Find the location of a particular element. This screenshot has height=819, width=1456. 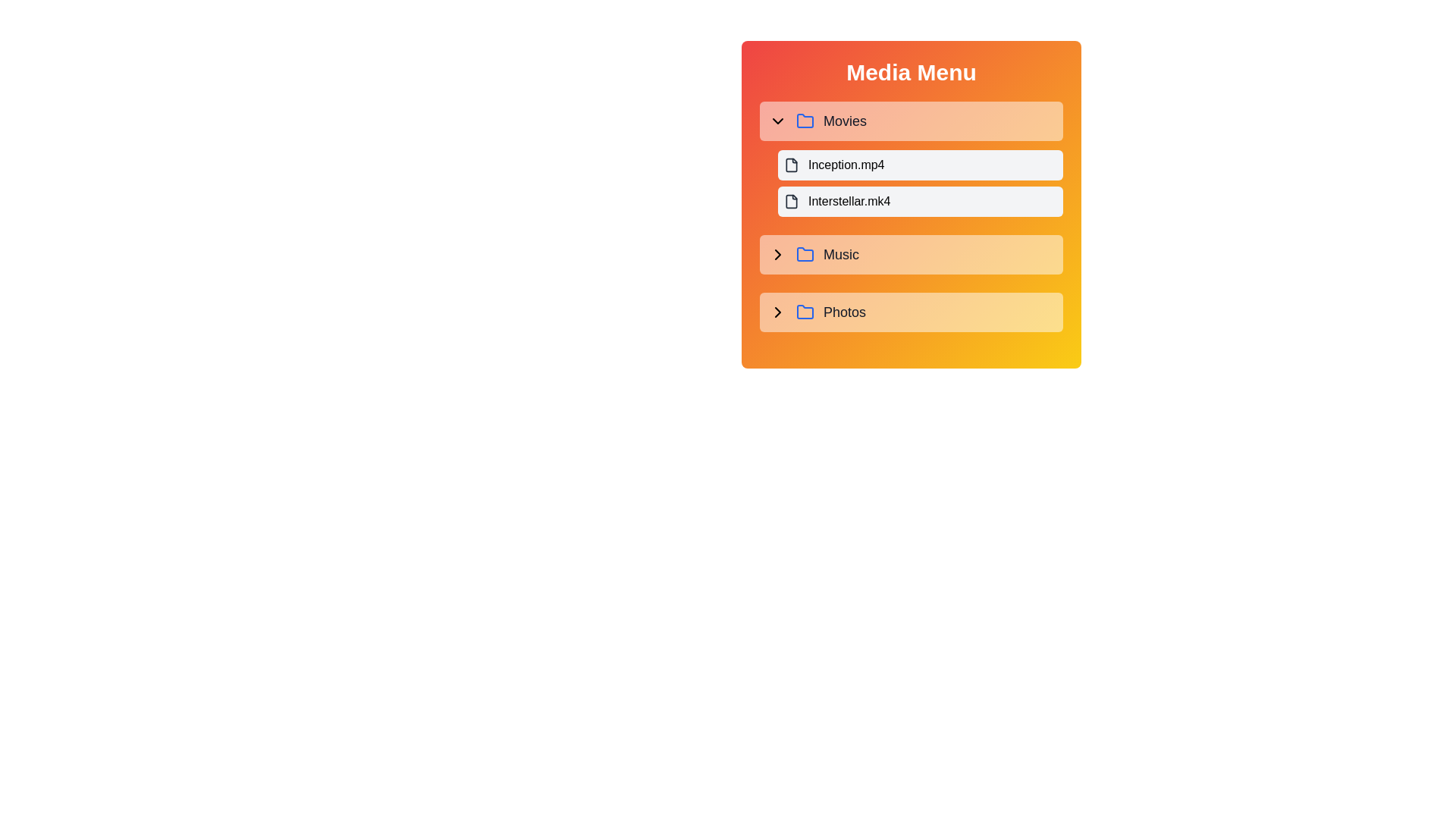

the folder icon indicating the 'Music' directory in the media menu, which is positioned to the left of the 'Music' label is located at coordinates (804, 253).